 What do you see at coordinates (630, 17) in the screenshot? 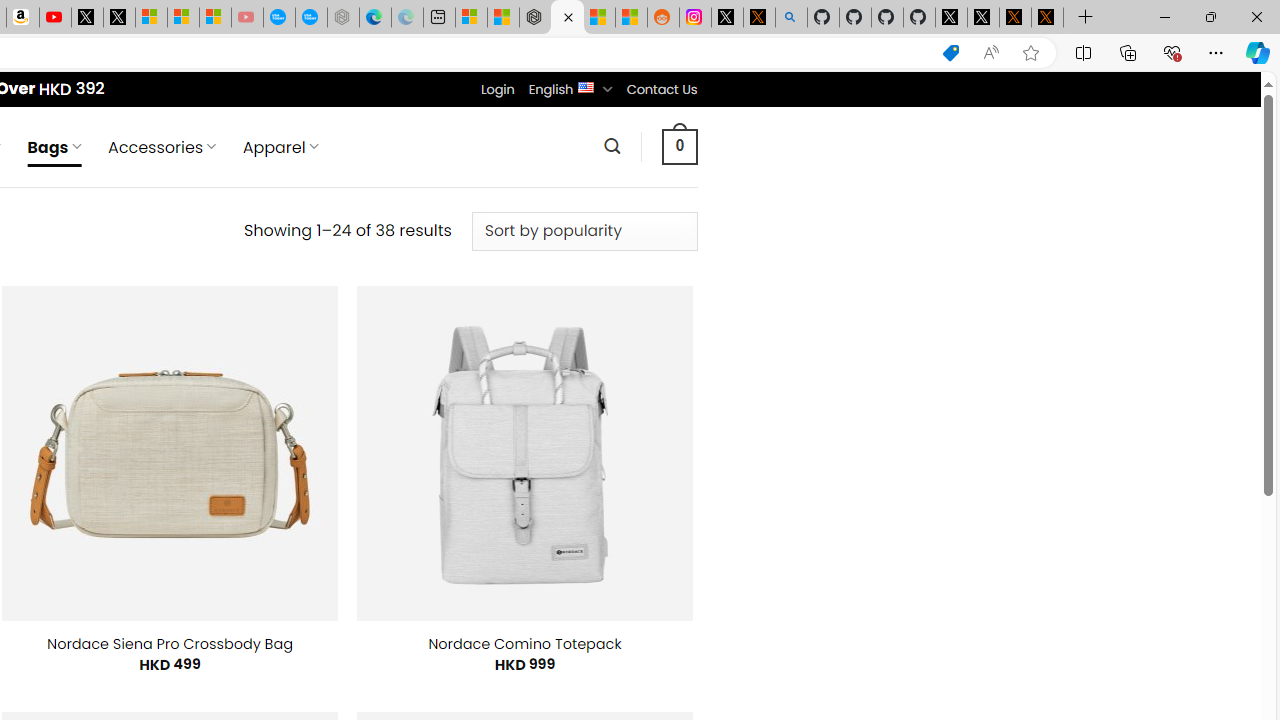
I see `'Shanghai, China Weather trends | Microsoft Weather'` at bounding box center [630, 17].